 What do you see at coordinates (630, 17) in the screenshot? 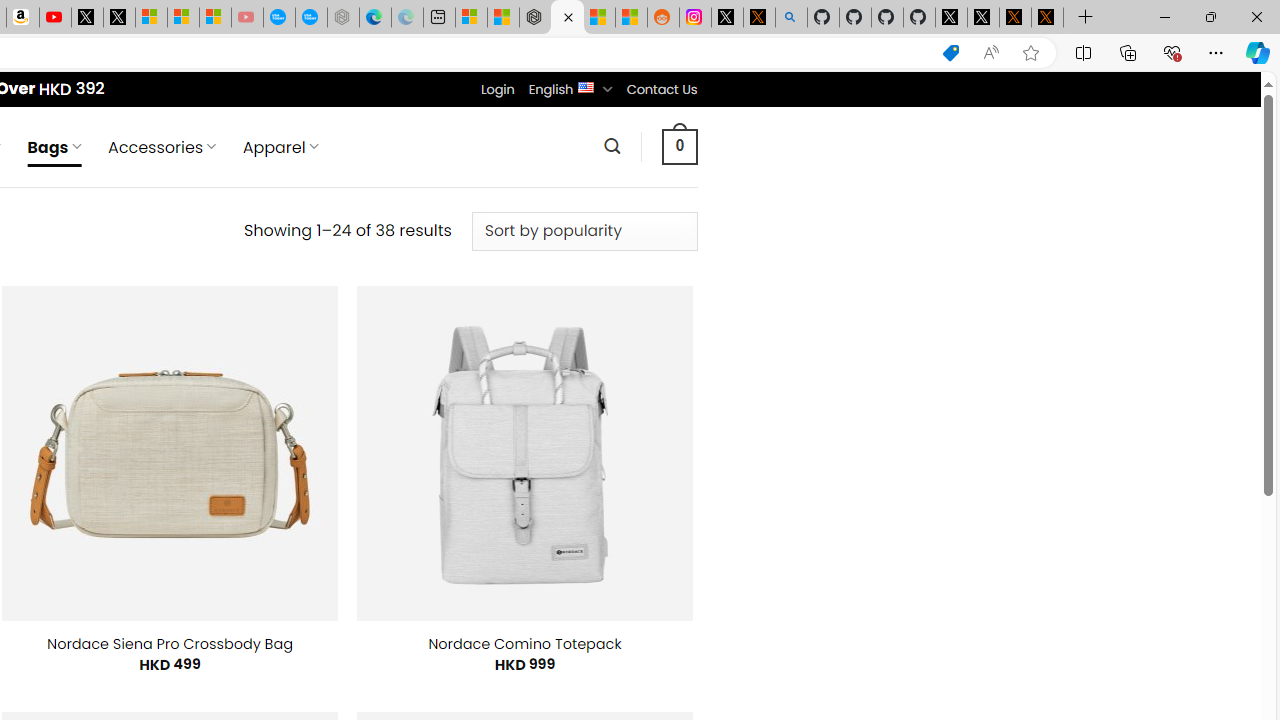
I see `'Shanghai, China Weather trends | Microsoft Weather'` at bounding box center [630, 17].